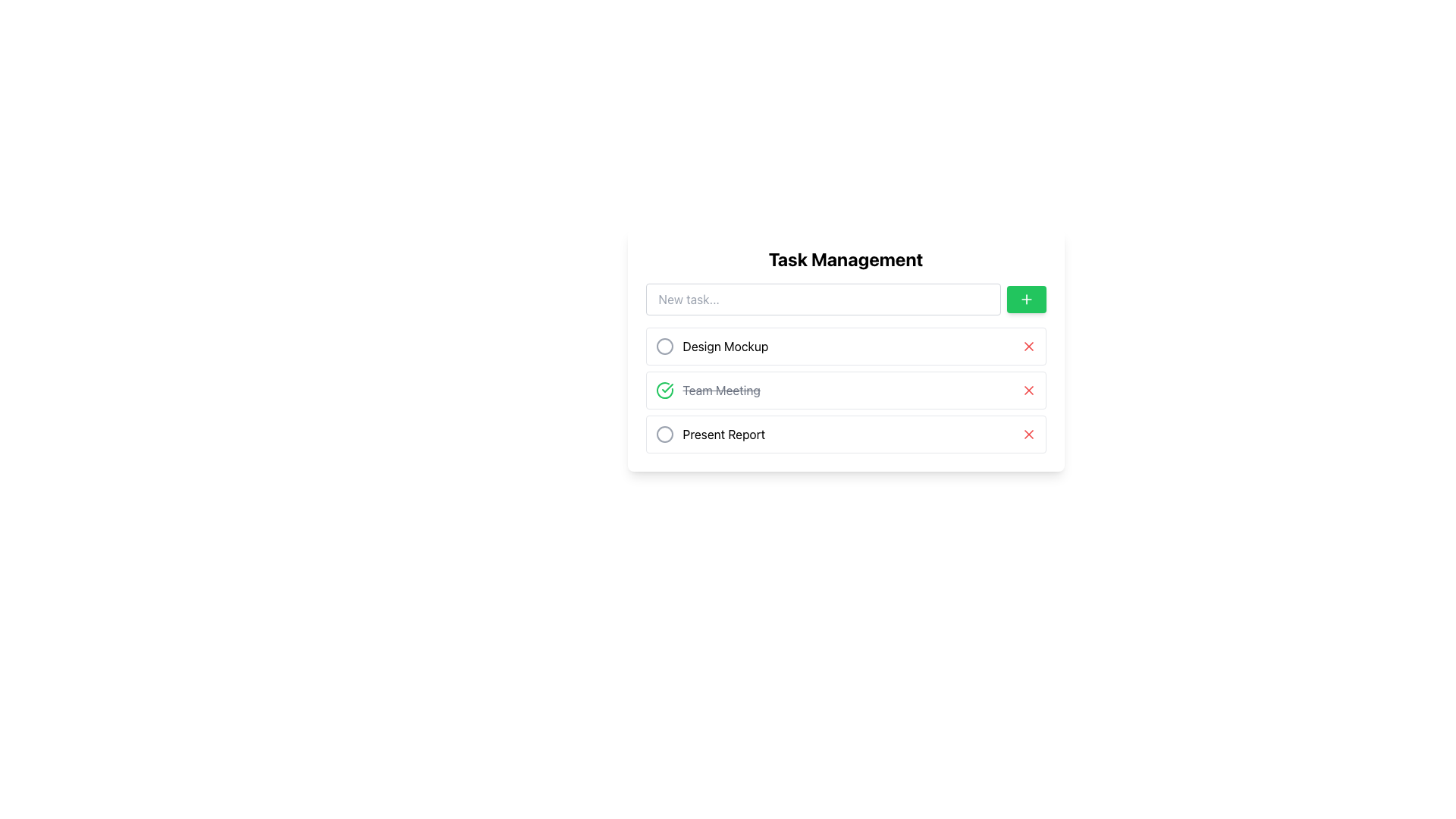 The height and width of the screenshot is (819, 1456). What do you see at coordinates (1028, 390) in the screenshot?
I see `the delete icon located to the right of the 'Team Meeting' task in the task listing section under the 'Task Management' header` at bounding box center [1028, 390].